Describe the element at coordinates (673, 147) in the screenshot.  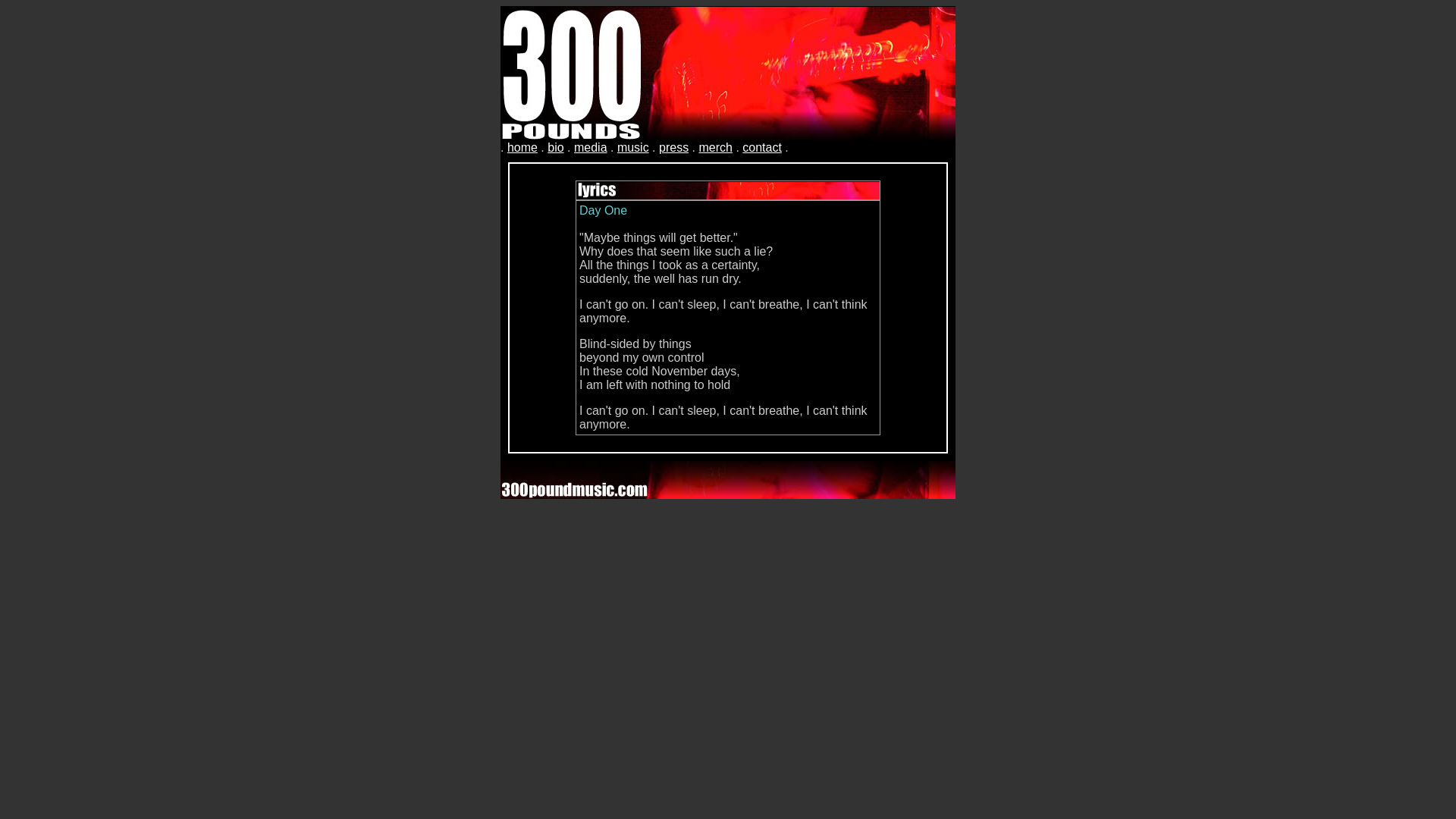
I see `'press'` at that location.